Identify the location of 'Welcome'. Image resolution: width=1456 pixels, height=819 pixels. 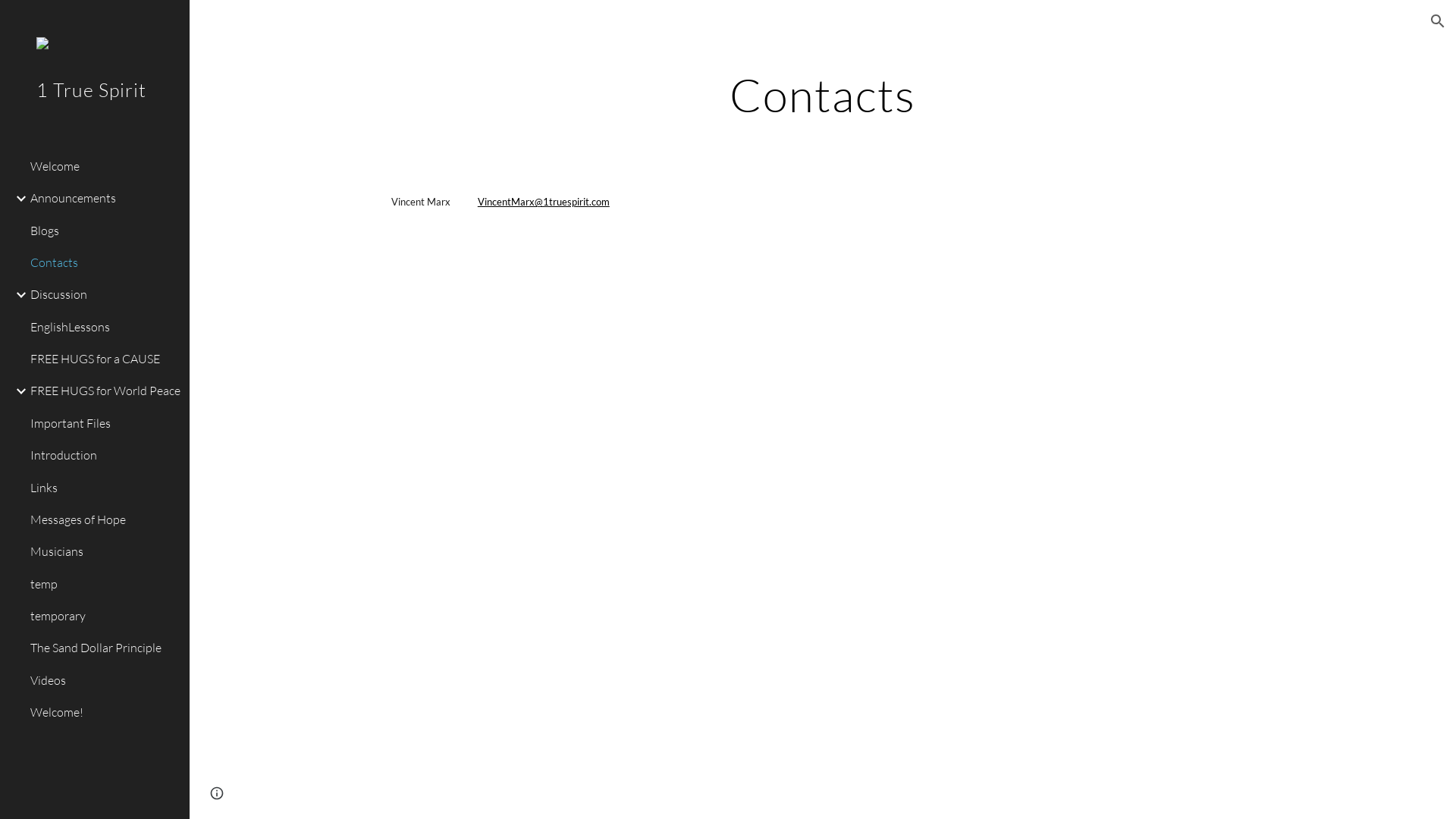
(103, 166).